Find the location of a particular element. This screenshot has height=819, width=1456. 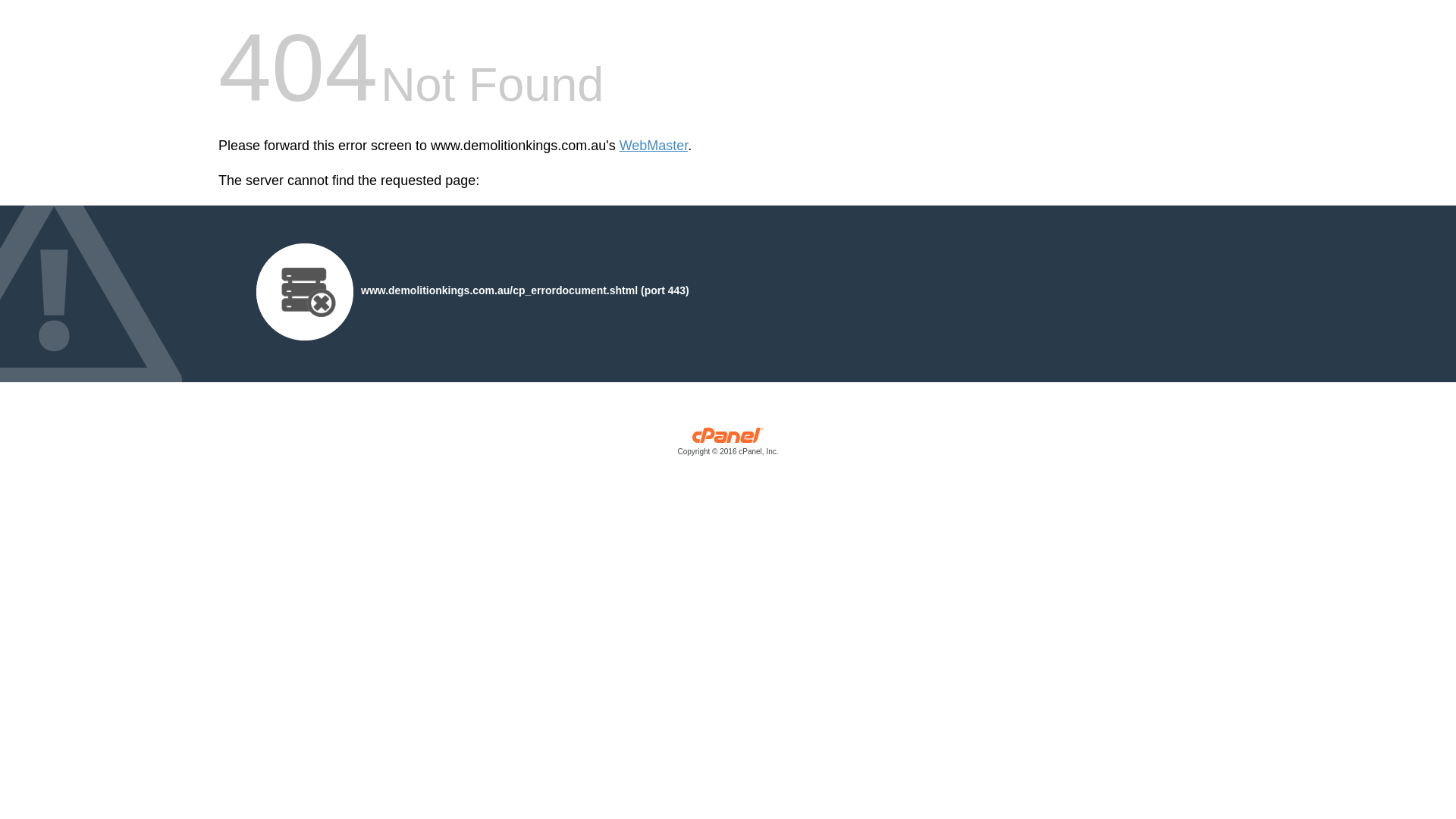

'WebMaster' is located at coordinates (654, 146).